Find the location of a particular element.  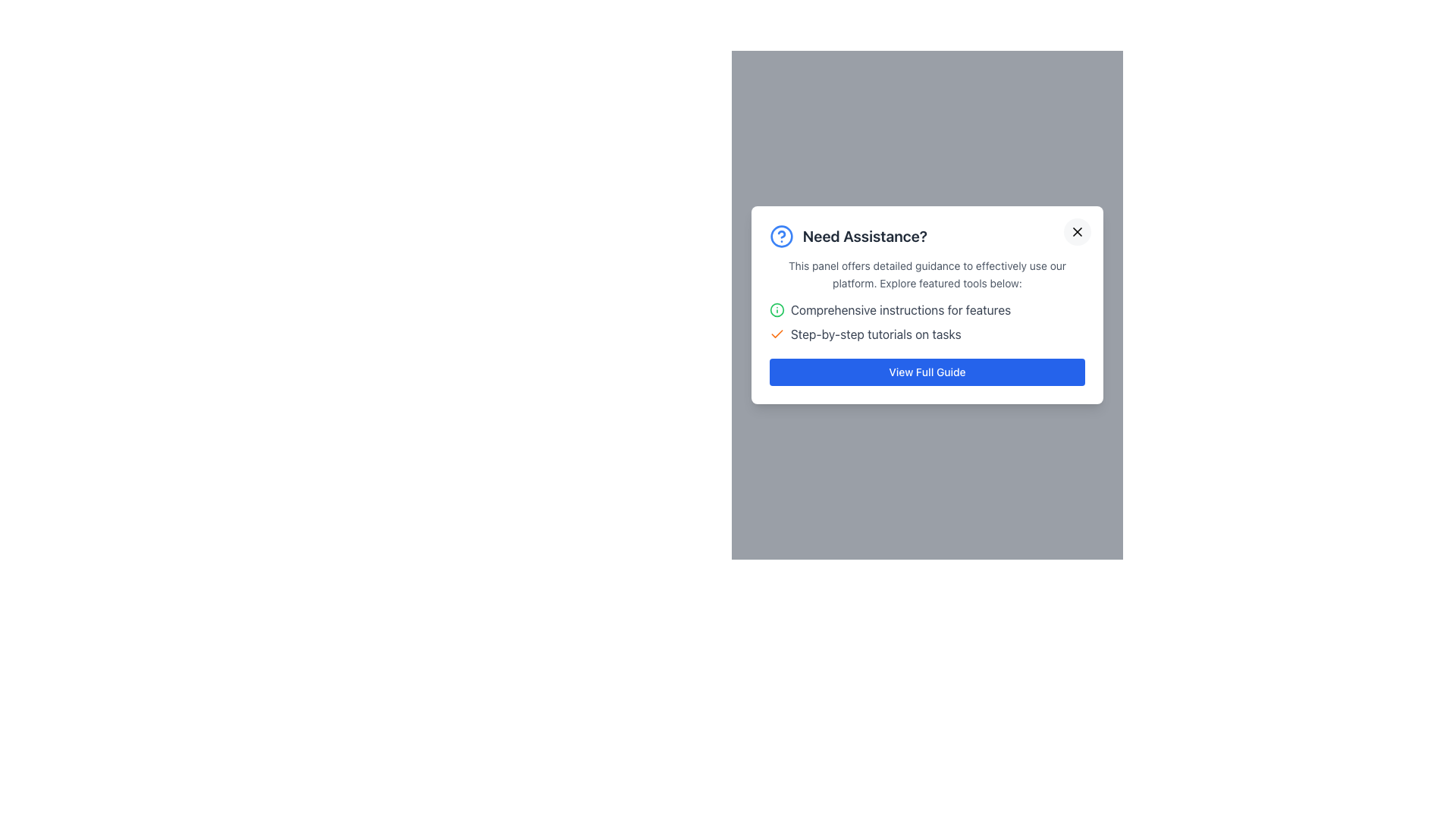

the checkmark icon with an orange stroke color, which indicates a state of success or completion, located in the top portion of the dialog box is located at coordinates (777, 333).